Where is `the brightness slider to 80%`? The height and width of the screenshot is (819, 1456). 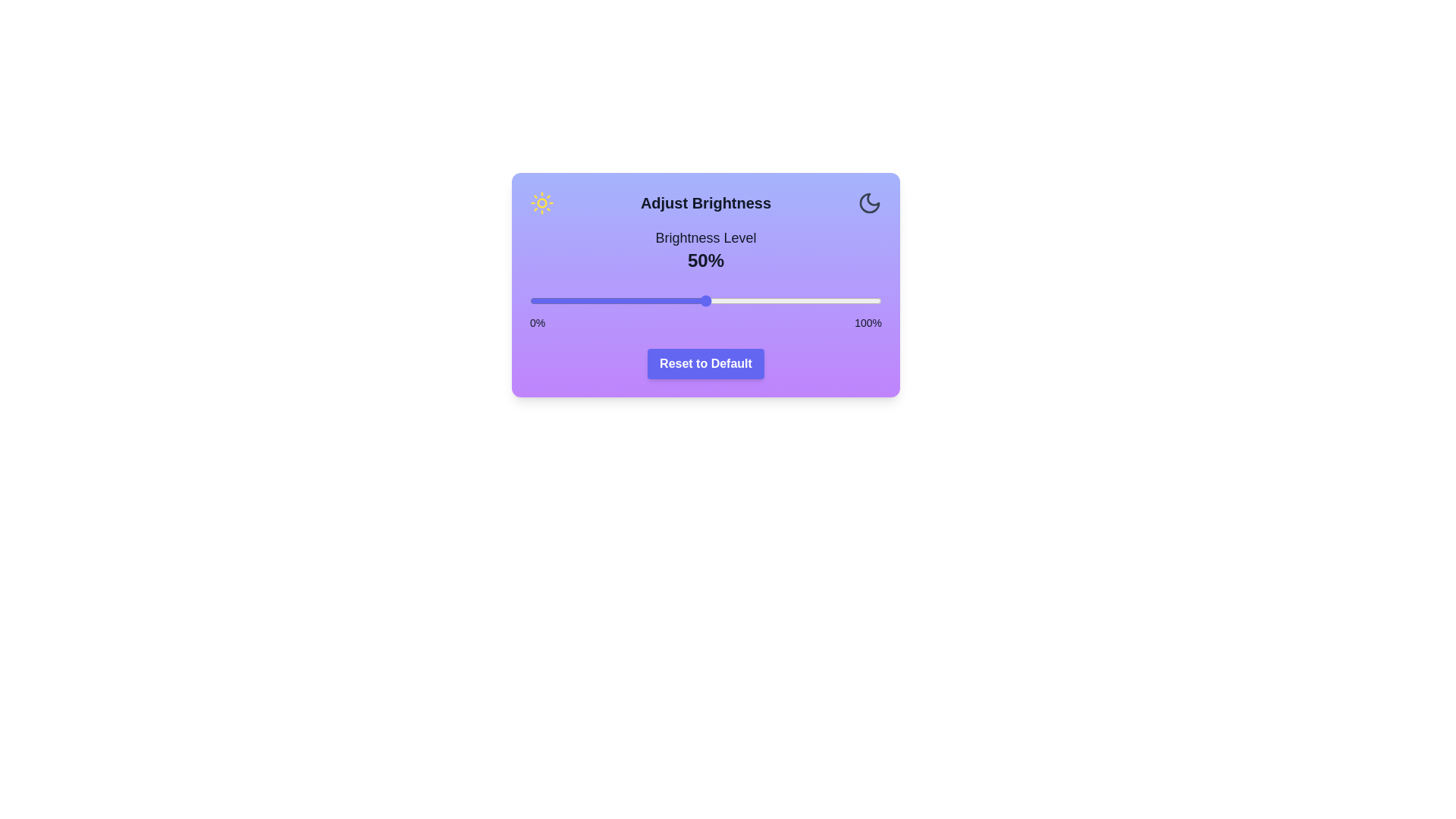 the brightness slider to 80% is located at coordinates (811, 301).